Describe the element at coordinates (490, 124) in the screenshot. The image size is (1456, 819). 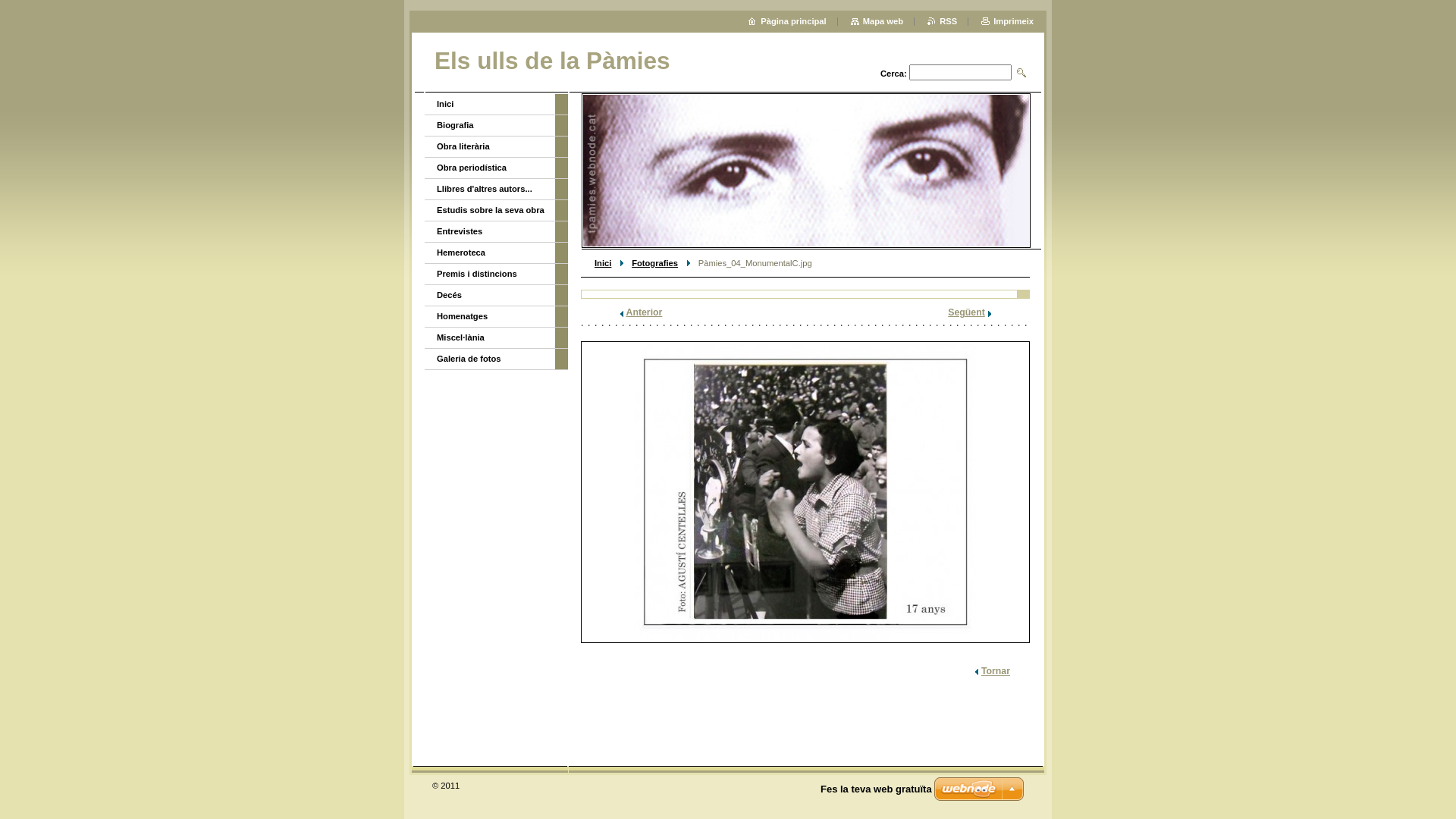
I see `'Biografia'` at that location.